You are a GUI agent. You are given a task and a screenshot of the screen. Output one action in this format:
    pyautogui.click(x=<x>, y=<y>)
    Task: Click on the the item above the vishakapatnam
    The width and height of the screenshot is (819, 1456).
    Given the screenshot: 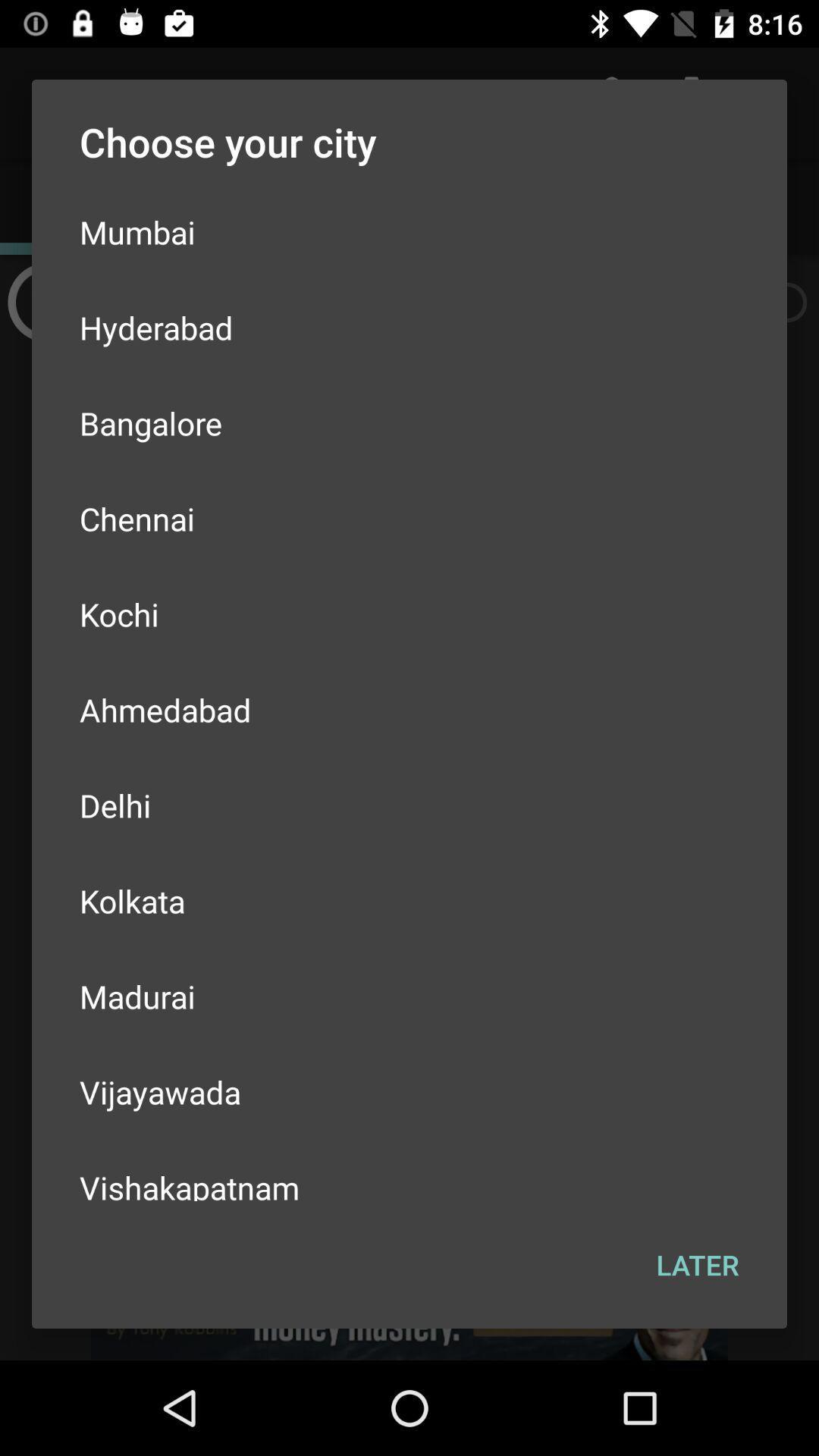 What is the action you would take?
    pyautogui.click(x=409, y=1092)
    